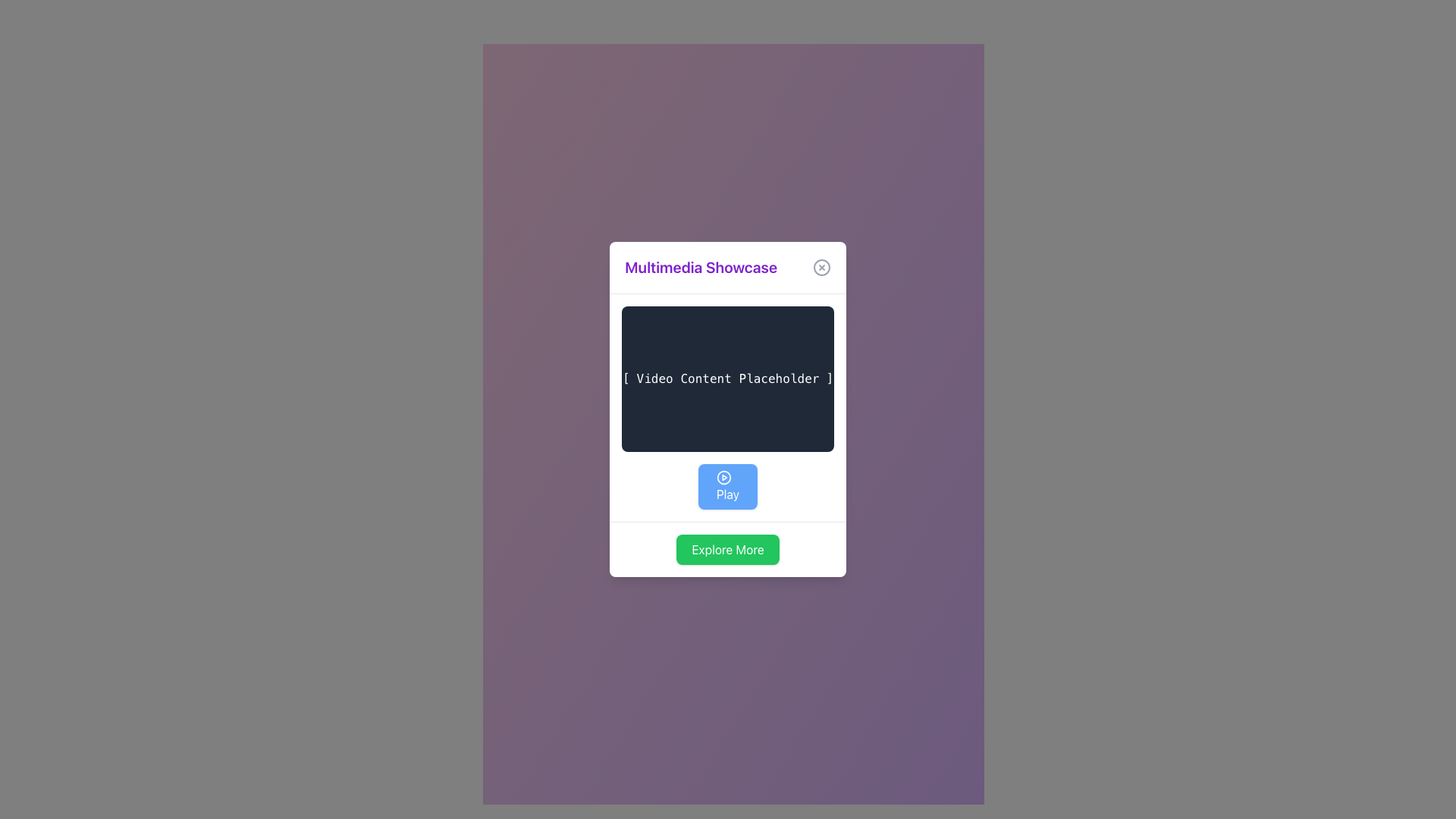 This screenshot has width=1456, height=819. What do you see at coordinates (728, 378) in the screenshot?
I see `the static visual placeholder containing the text '[ Video Content Placeholder ]' in a monospaced font, which is located in the upper portion of a white card UI component` at bounding box center [728, 378].